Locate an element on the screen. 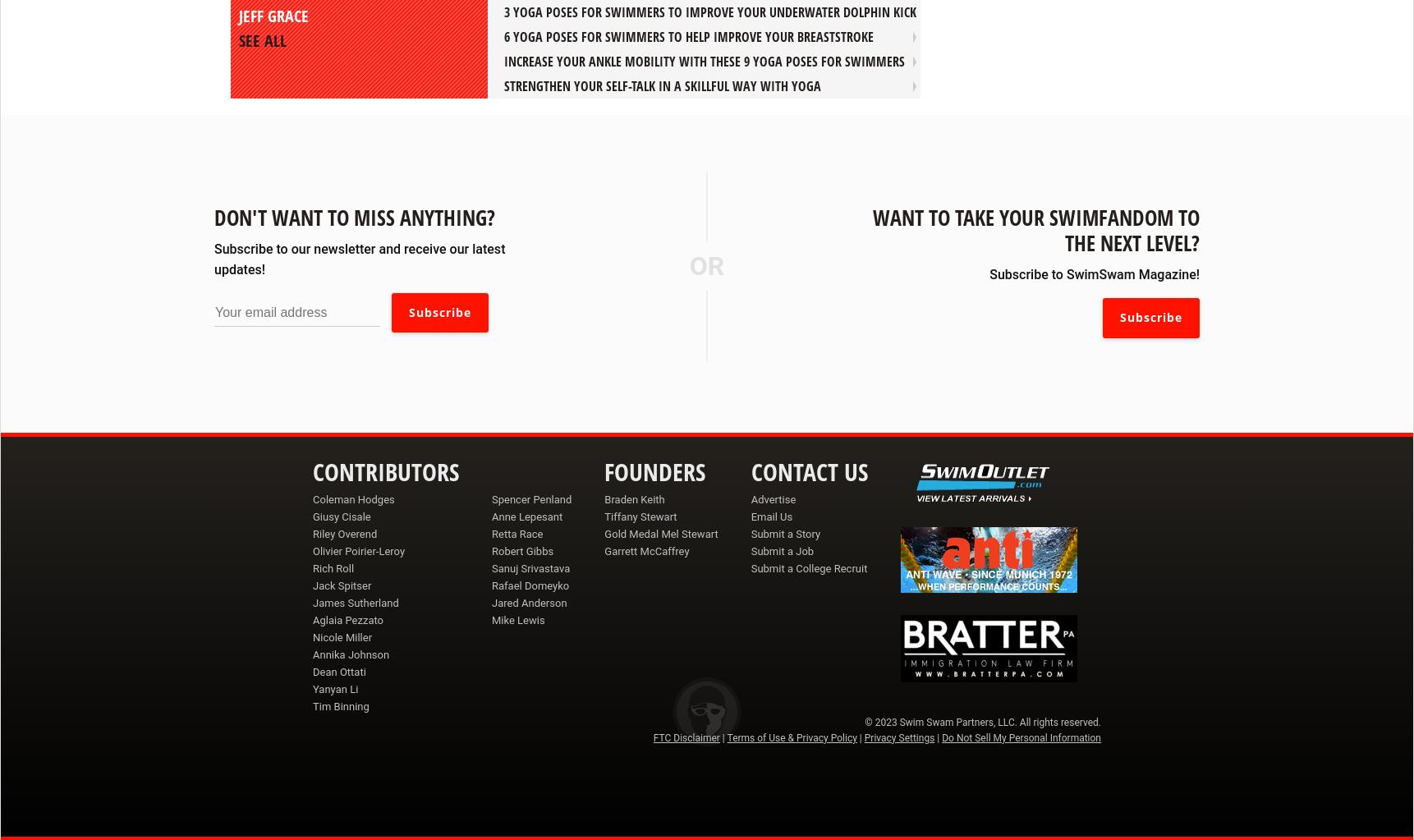 This screenshot has height=840, width=1414. 'Yanyan Li' is located at coordinates (335, 687).